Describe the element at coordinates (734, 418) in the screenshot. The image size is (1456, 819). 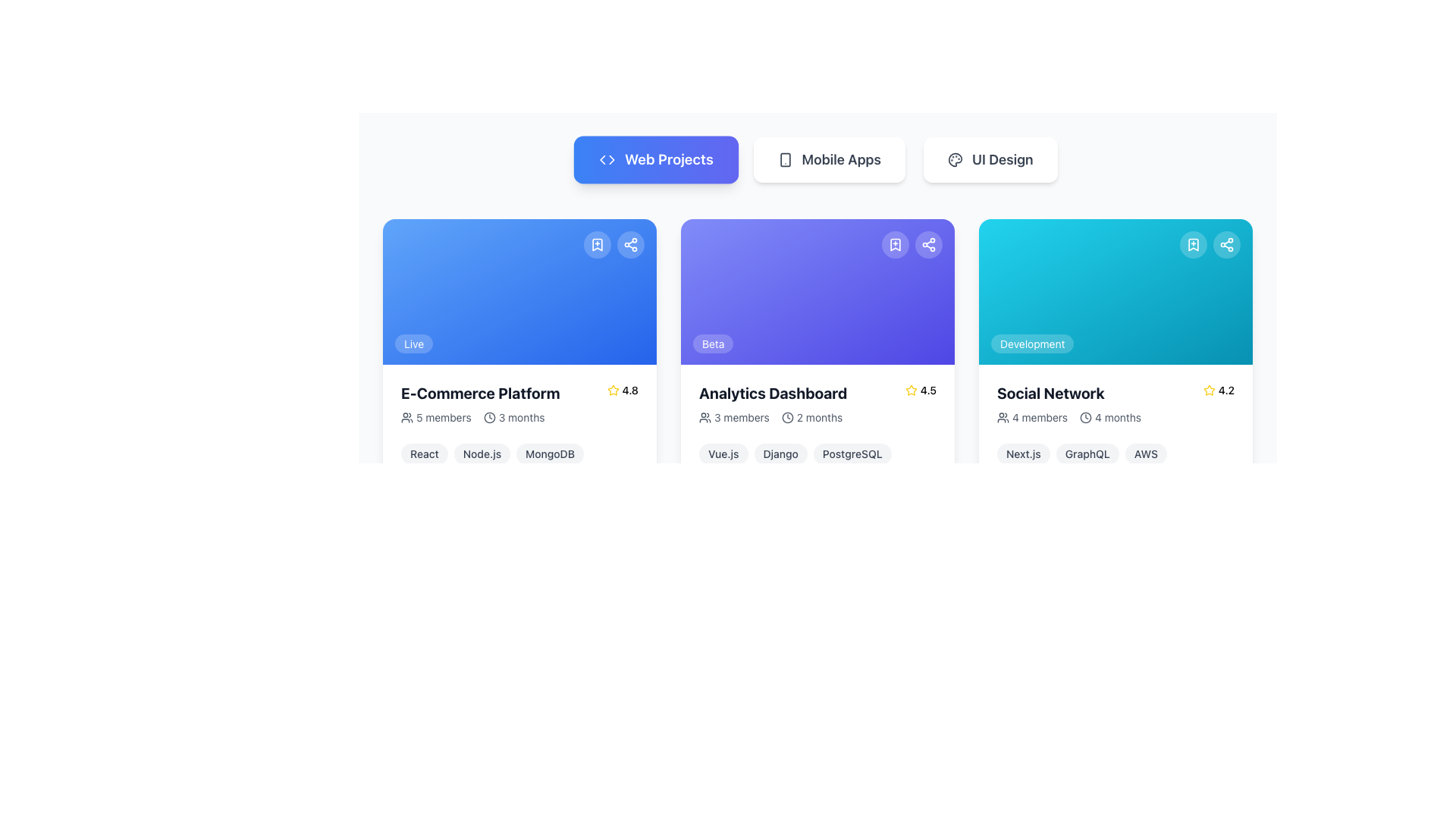
I see `the text phrase '3 members' accompanied by the group icon, located on the left side of the '2 months' text in the Analytics Dashboard of the Web Projects section` at that location.